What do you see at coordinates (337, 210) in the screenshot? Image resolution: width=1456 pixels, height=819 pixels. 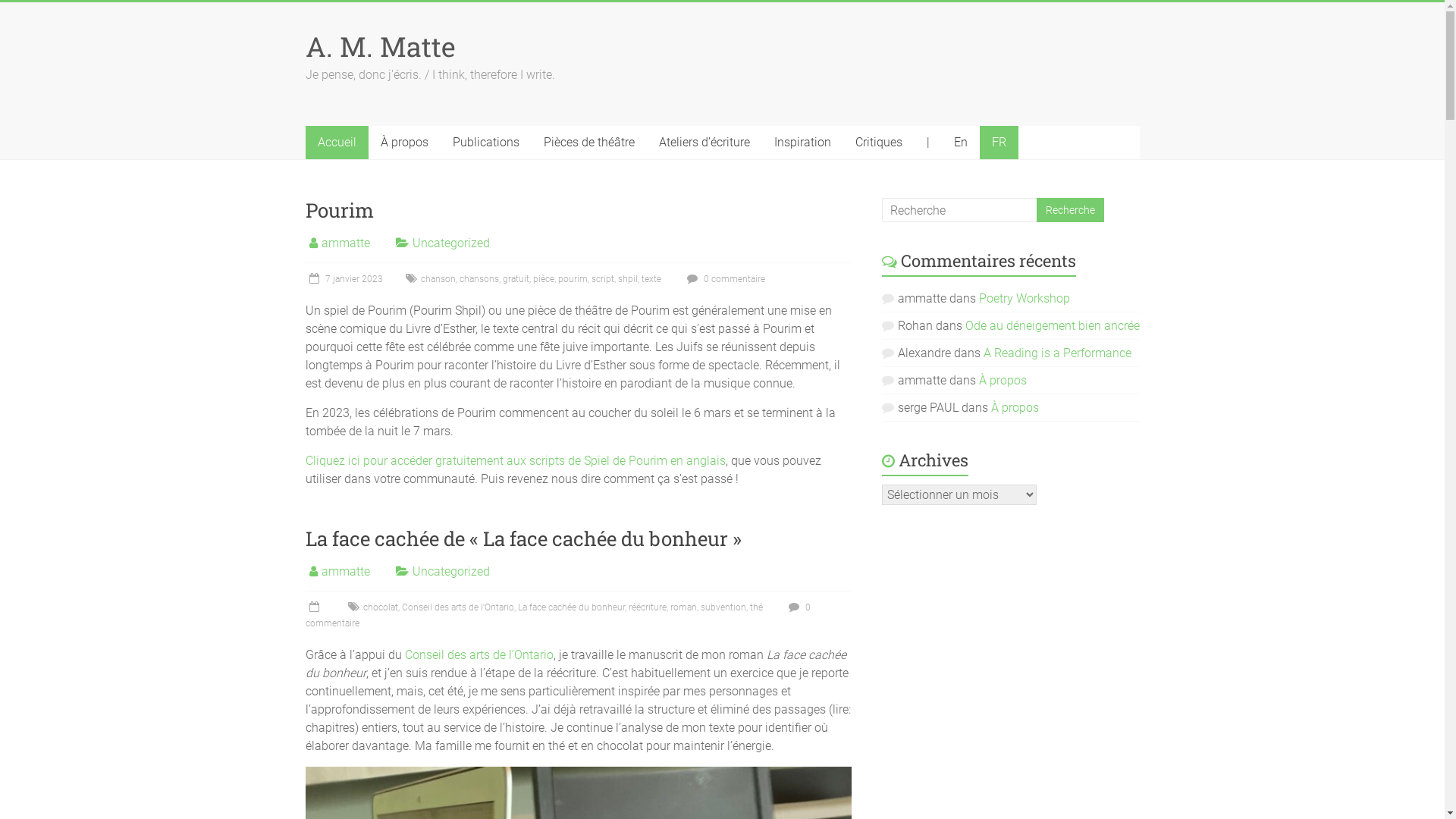 I see `'Pourim'` at bounding box center [337, 210].